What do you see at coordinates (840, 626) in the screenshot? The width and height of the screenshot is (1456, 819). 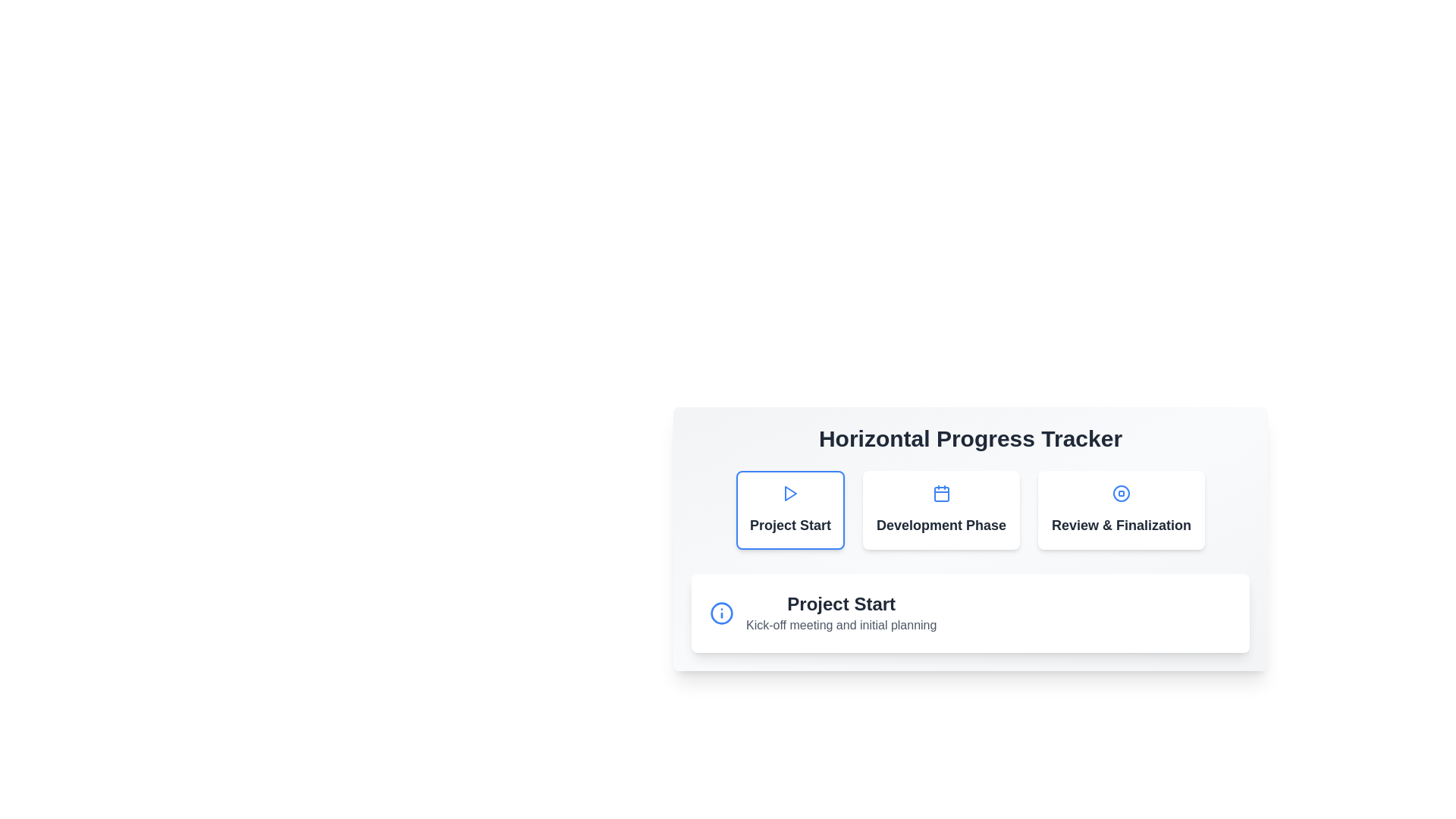 I see `the content of the non-interactive text label positioned below the 'Project Start' header within the 'Horizontal Progress Tracker' component` at bounding box center [840, 626].